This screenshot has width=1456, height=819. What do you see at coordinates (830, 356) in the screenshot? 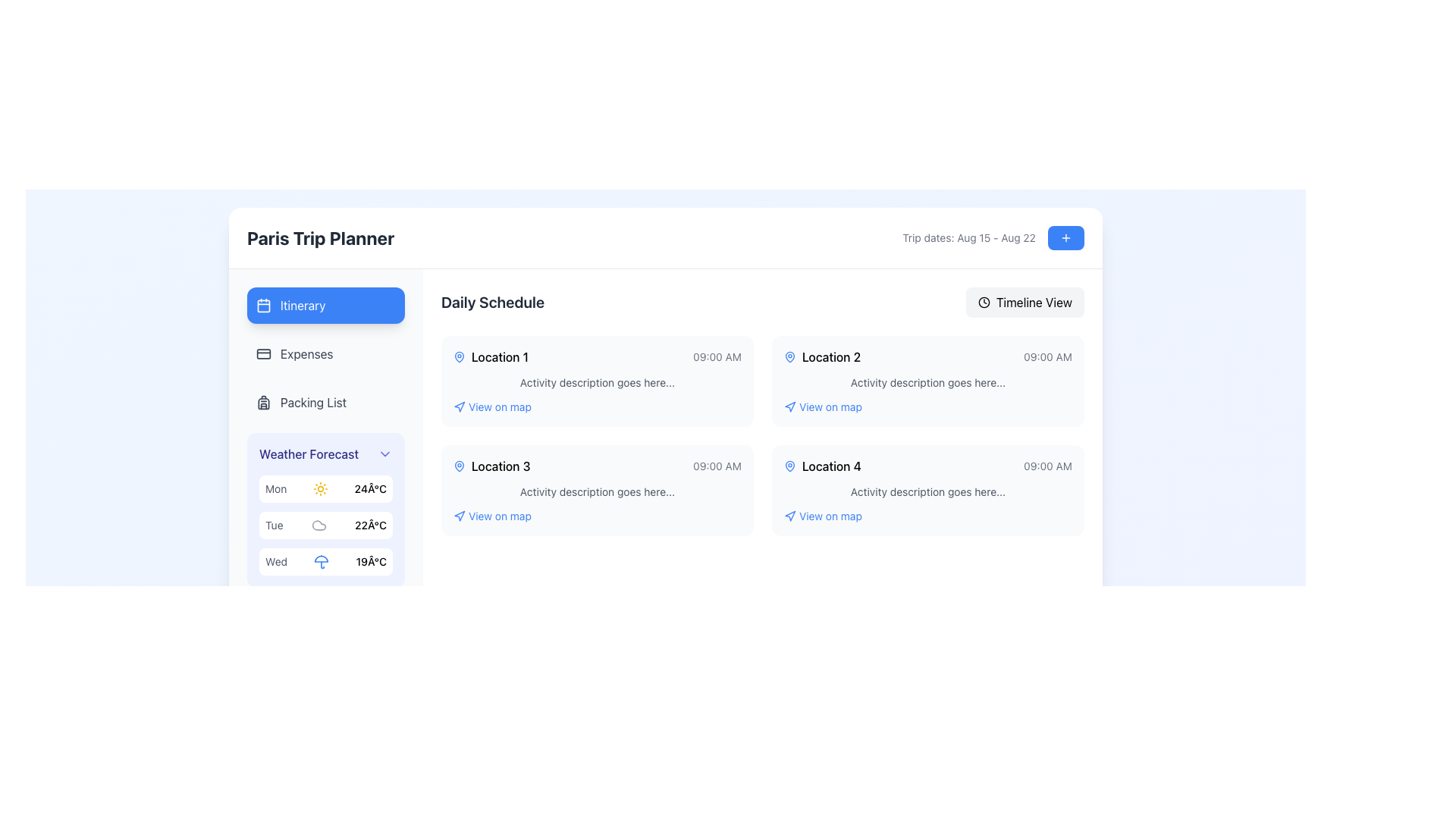
I see `the Text label indicating a location within the Daily Schedule section, positioned in the top-right portion of the schedule grid` at bounding box center [830, 356].